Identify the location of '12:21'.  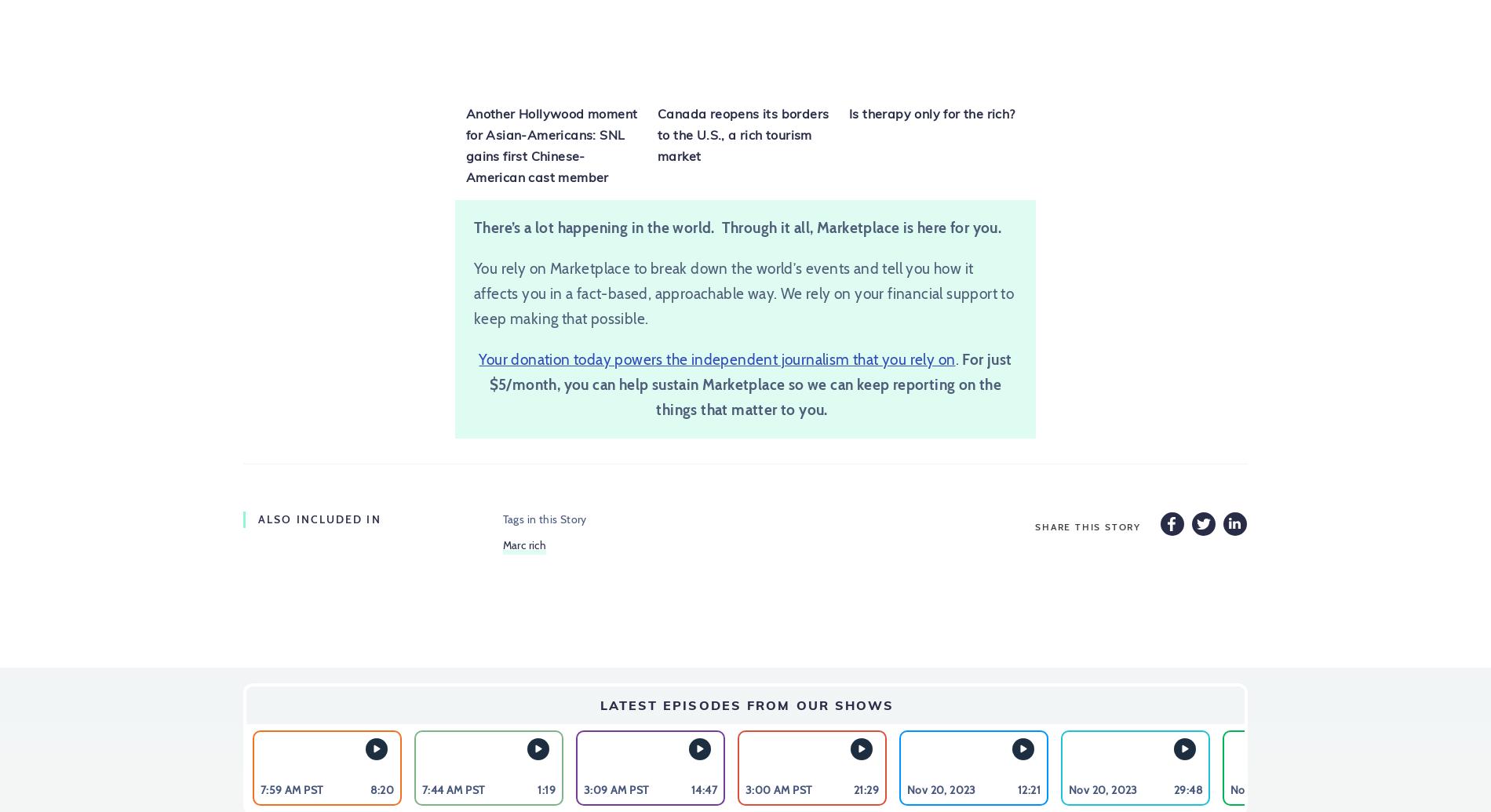
(1028, 788).